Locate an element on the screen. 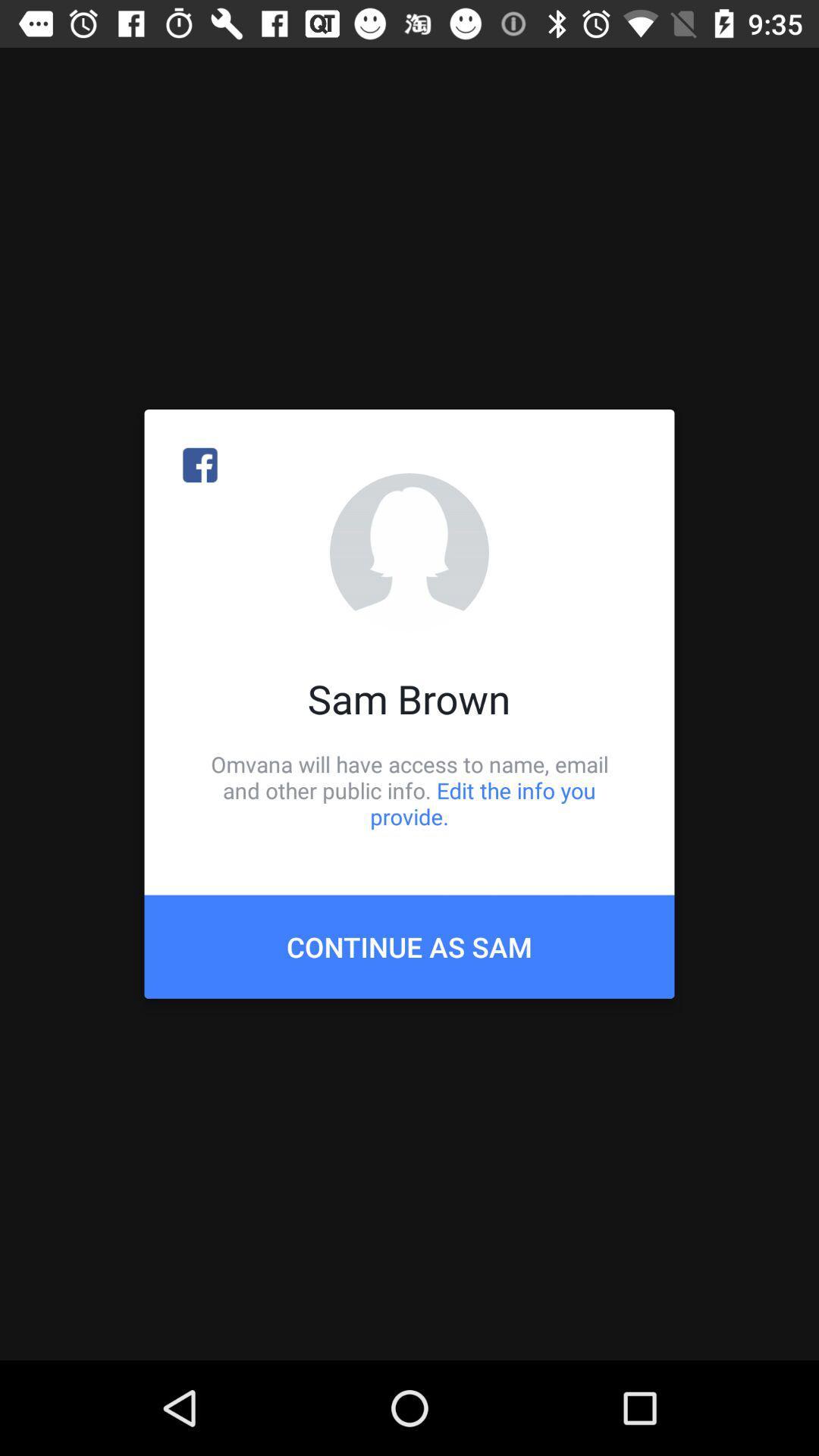 The image size is (819, 1456). item above continue as sam is located at coordinates (409, 789).